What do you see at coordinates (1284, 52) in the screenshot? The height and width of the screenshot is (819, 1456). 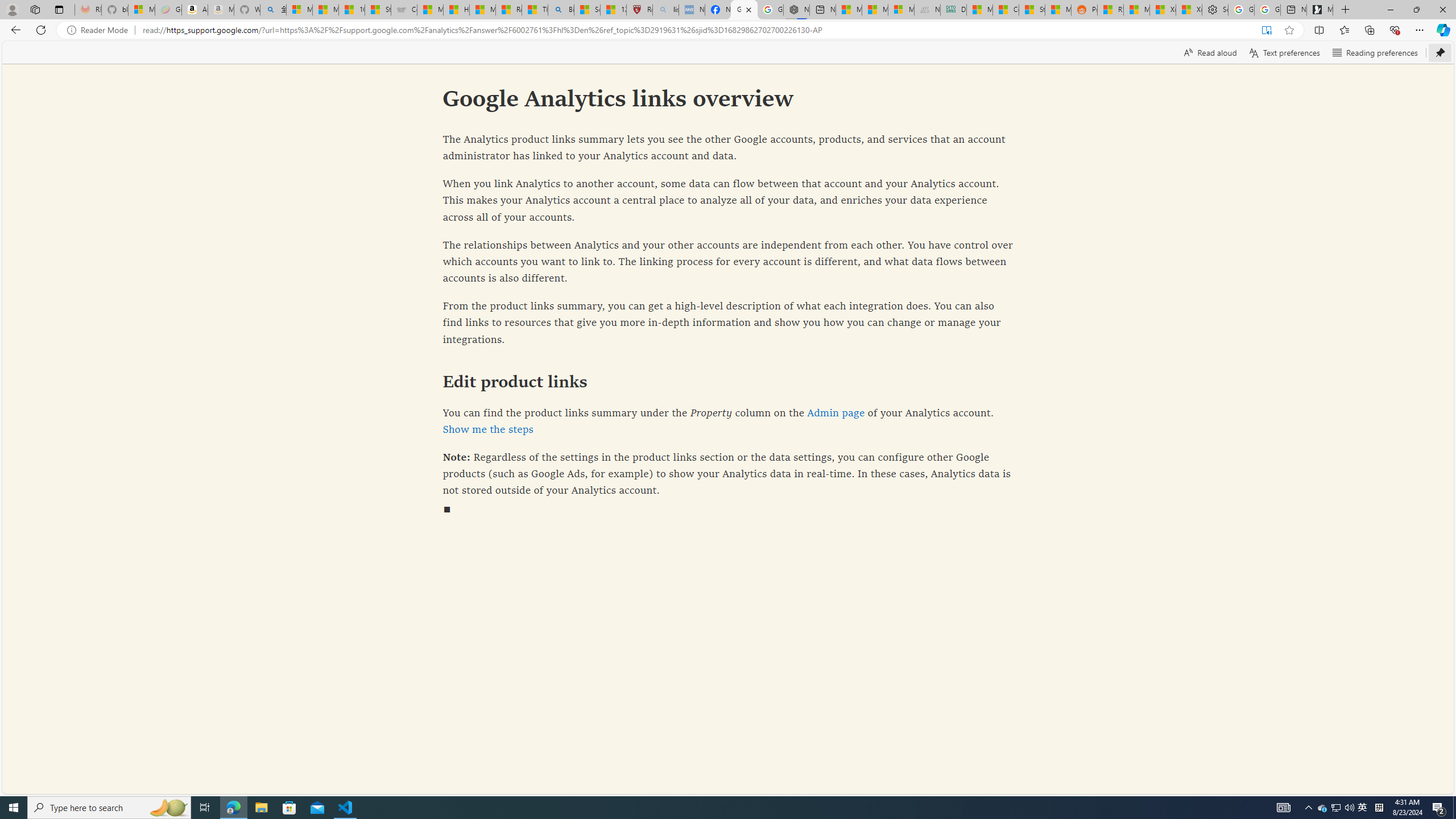 I see `'Text preferences'` at bounding box center [1284, 52].